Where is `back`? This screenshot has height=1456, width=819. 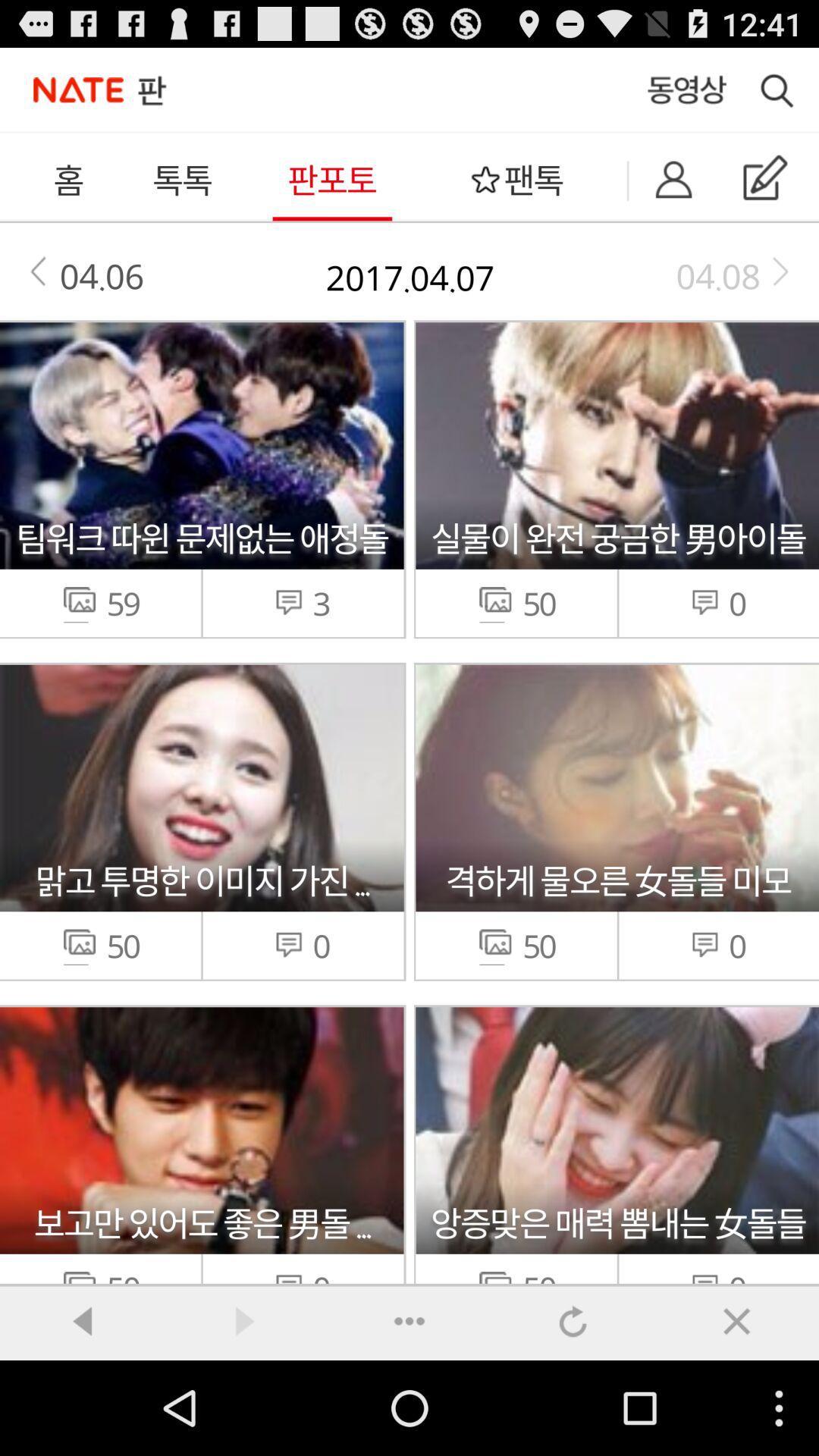
back is located at coordinates (82, 1320).